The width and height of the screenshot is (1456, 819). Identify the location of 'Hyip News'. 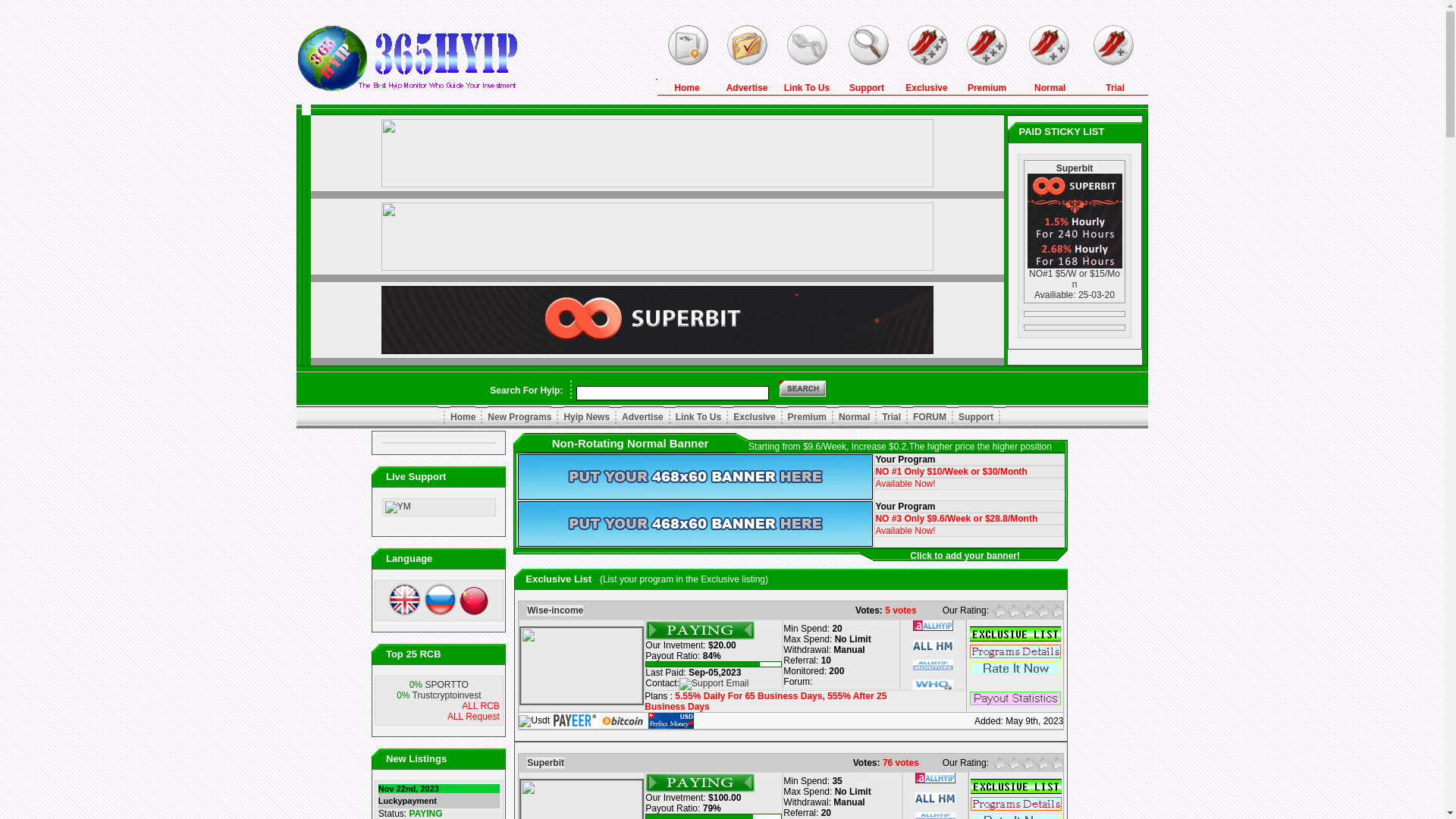
(563, 417).